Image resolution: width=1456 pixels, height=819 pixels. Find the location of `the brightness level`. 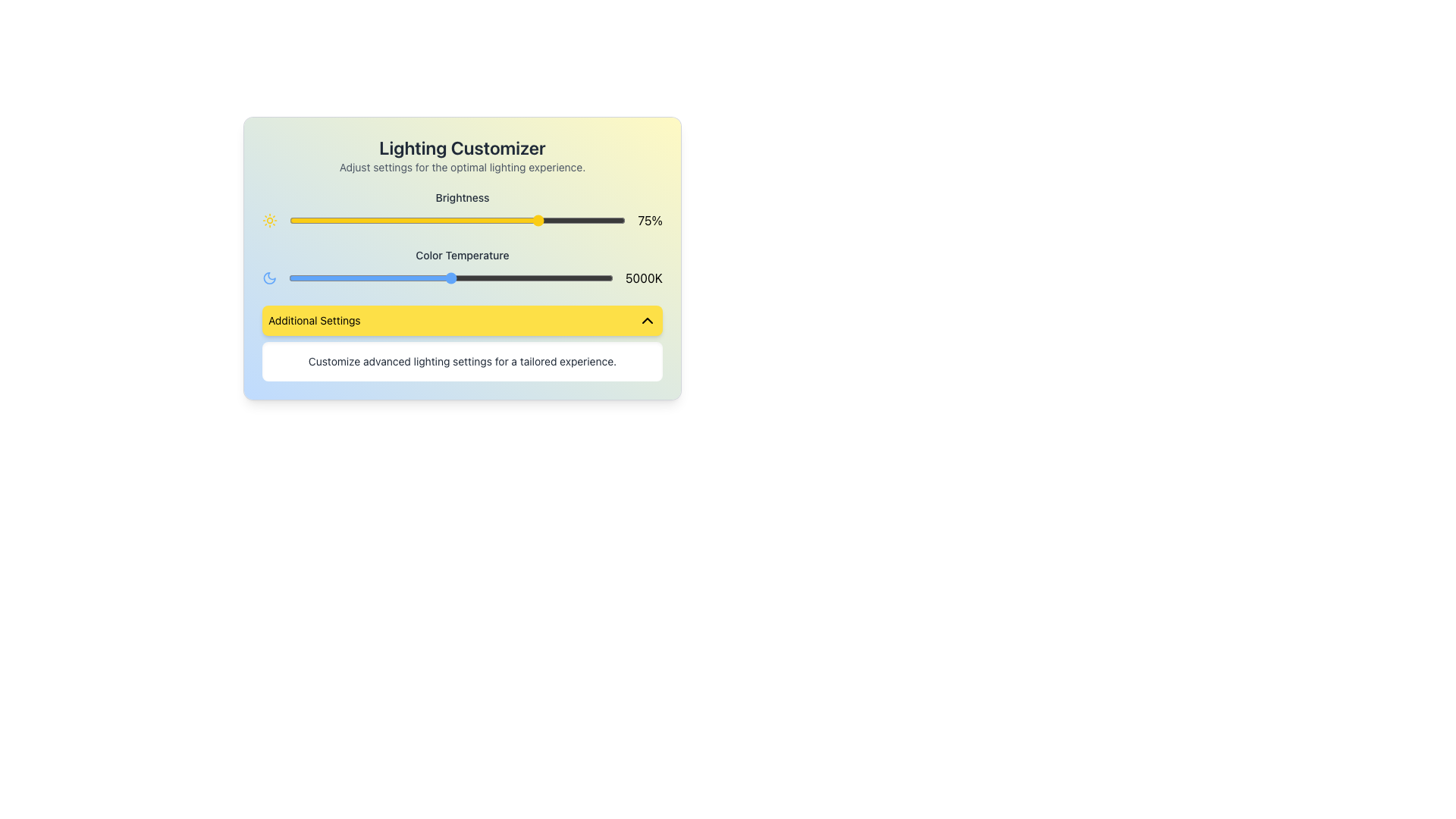

the brightness level is located at coordinates (440, 220).